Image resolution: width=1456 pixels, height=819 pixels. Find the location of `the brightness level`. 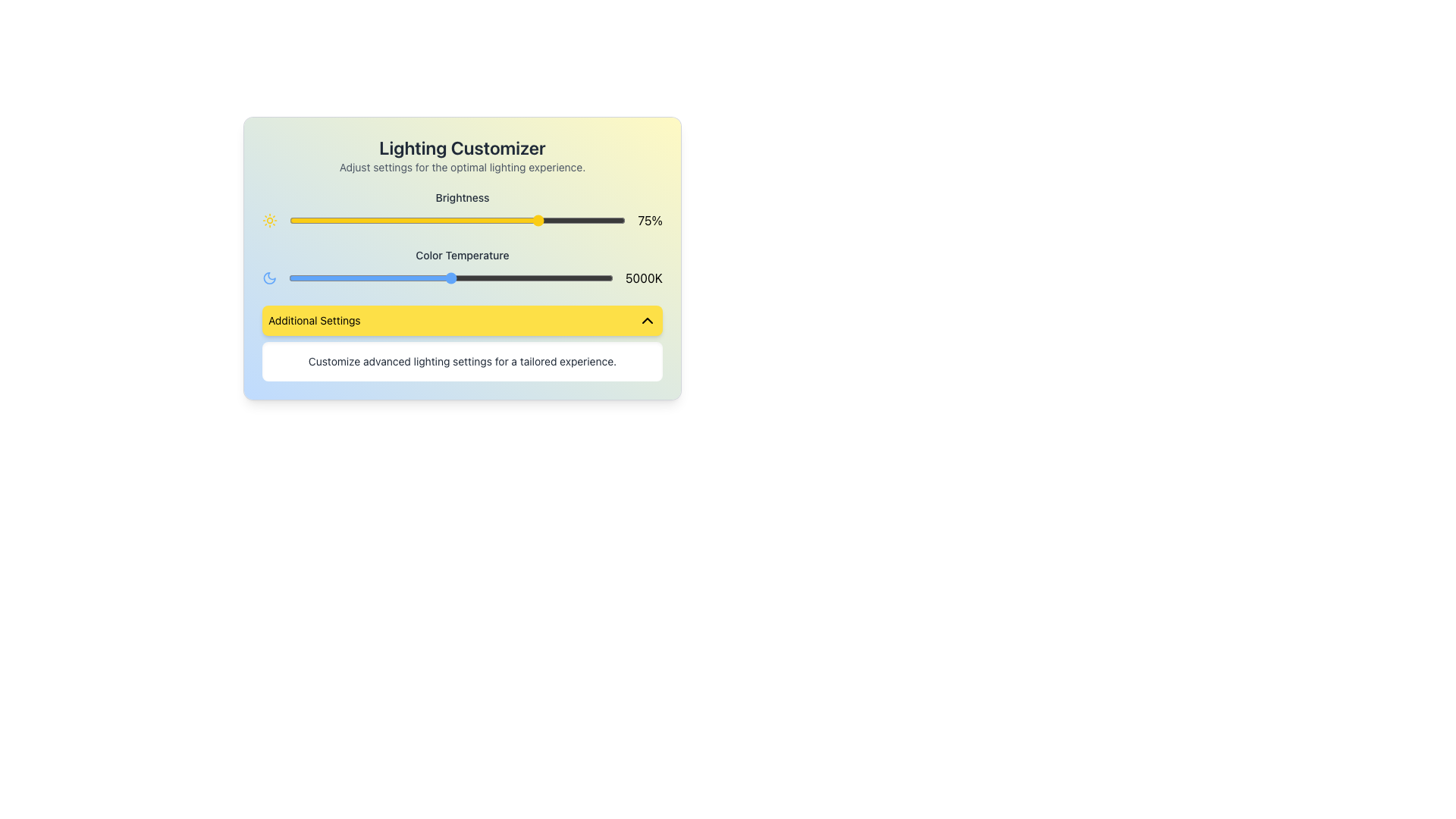

the brightness level is located at coordinates (440, 220).